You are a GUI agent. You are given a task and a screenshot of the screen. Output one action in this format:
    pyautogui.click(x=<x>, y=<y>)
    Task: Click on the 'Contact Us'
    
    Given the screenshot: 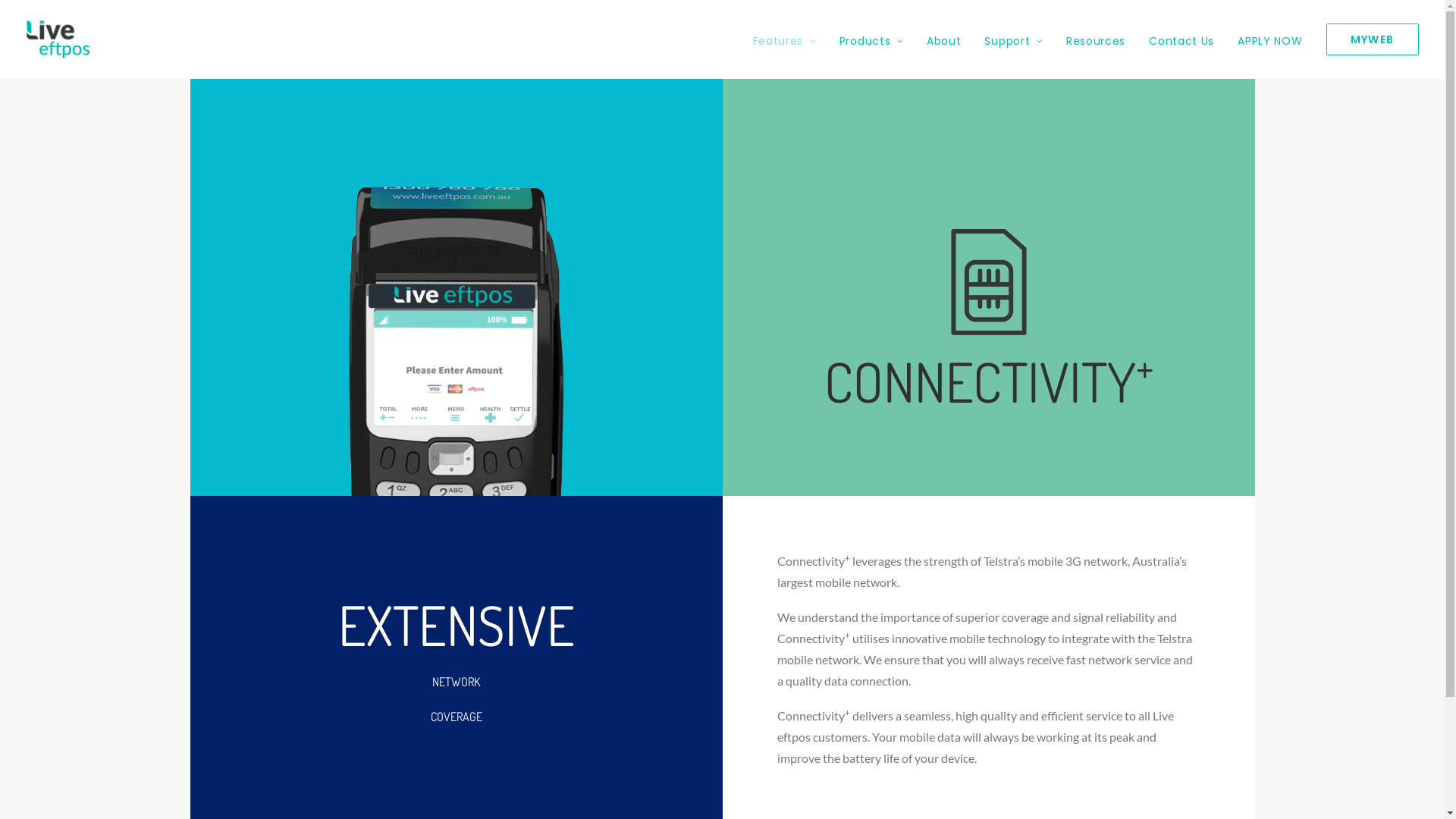 What is the action you would take?
    pyautogui.click(x=1181, y=38)
    